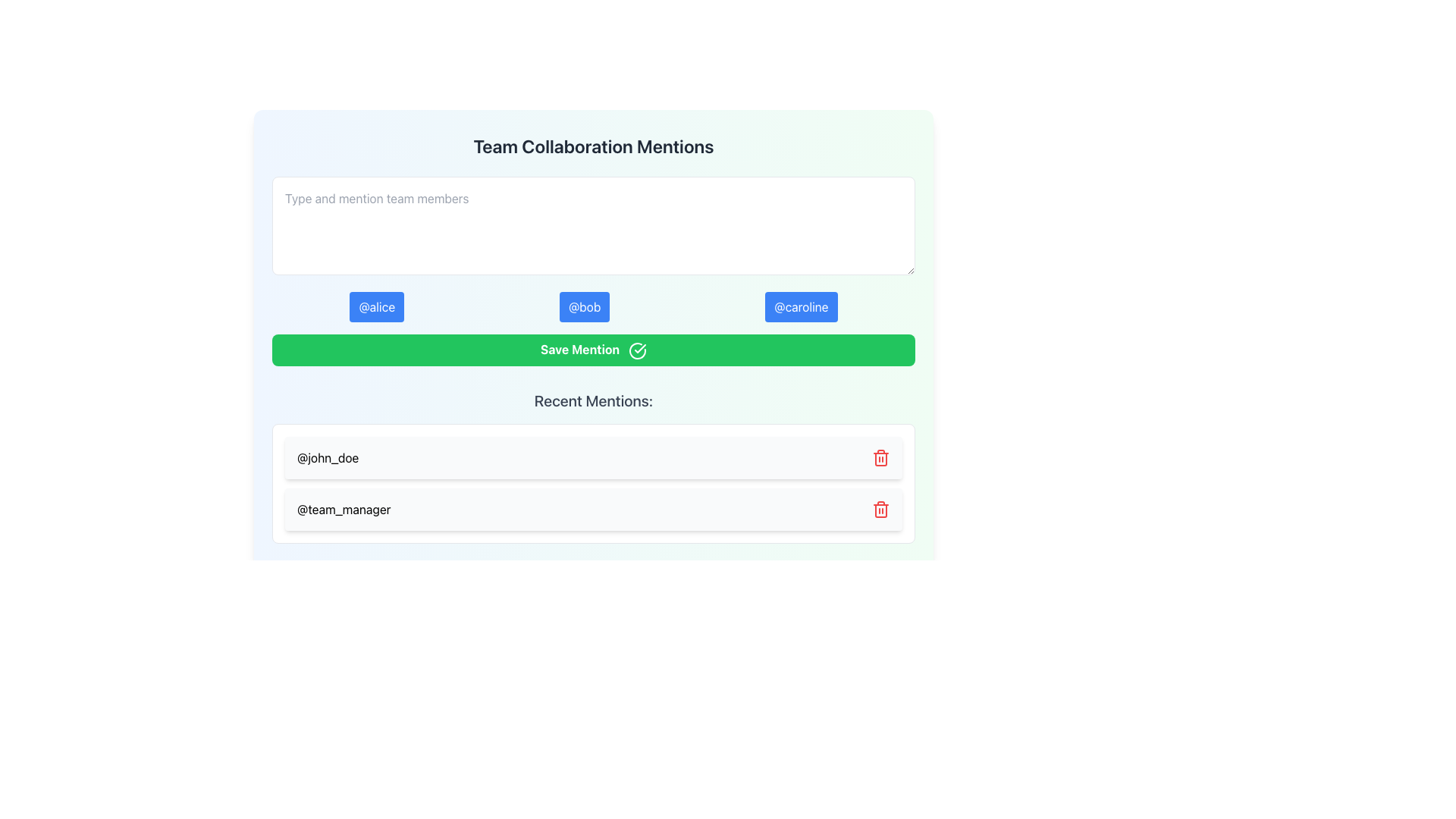 The width and height of the screenshot is (1456, 819). I want to click on the text label displaying the username '@john_doe' in the 'Recent Mentions' section, which is located to the left of an interactive red-colored icon, so click(327, 457).